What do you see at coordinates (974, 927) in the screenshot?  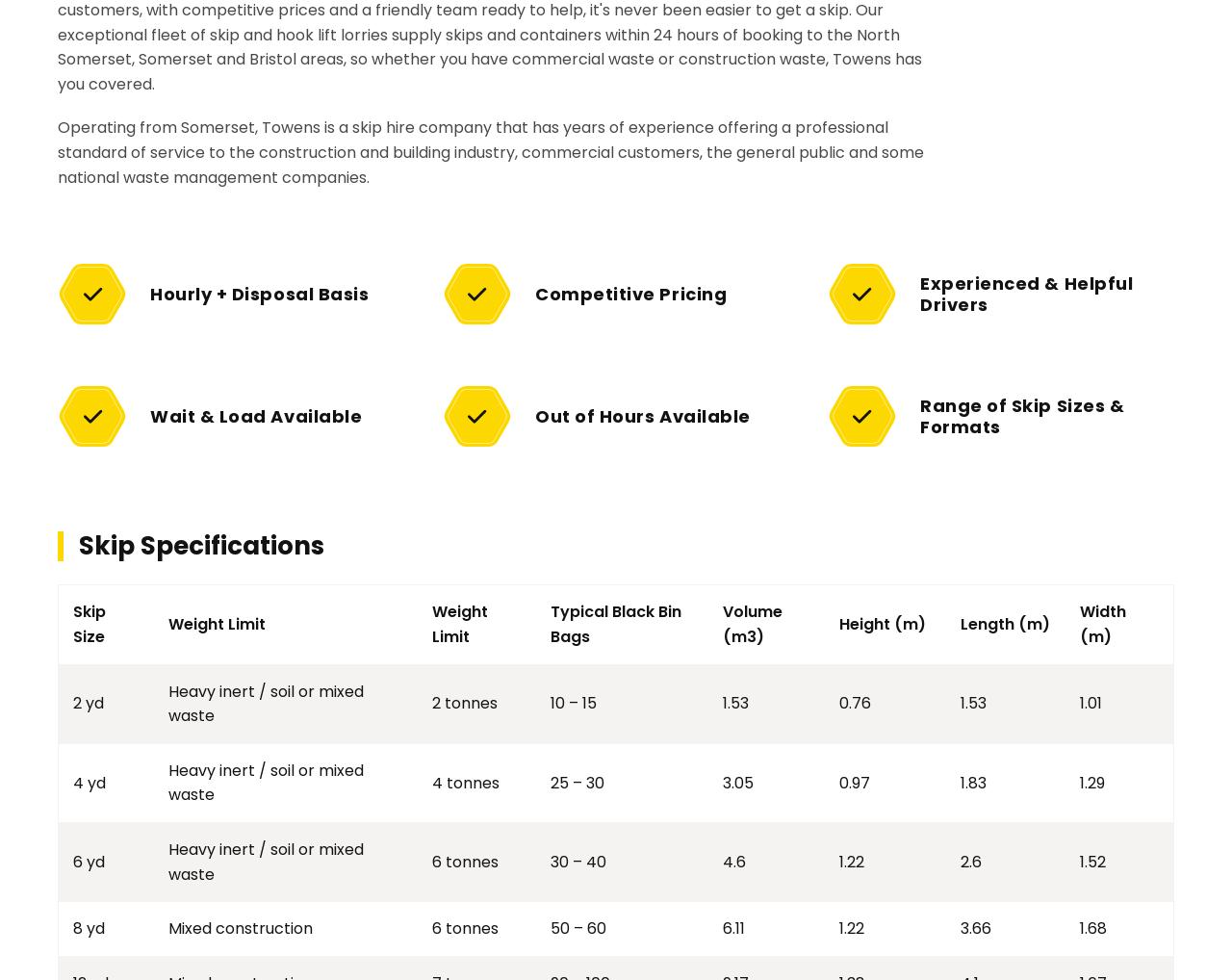 I see `'3.66'` at bounding box center [974, 927].